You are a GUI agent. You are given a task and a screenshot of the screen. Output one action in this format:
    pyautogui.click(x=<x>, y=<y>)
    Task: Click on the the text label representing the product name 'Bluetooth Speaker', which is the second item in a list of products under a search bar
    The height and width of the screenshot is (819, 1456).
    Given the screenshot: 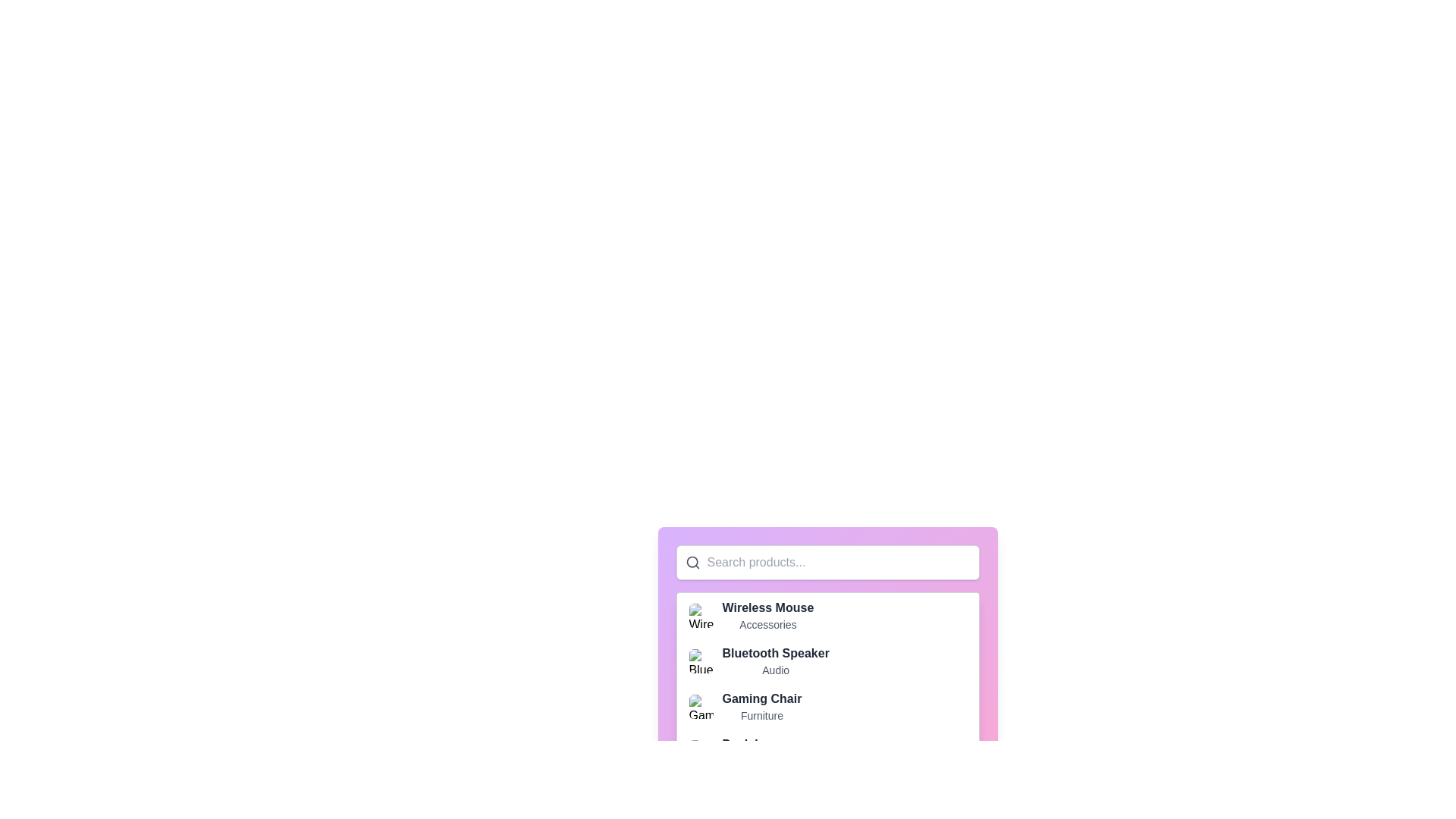 What is the action you would take?
    pyautogui.click(x=776, y=652)
    